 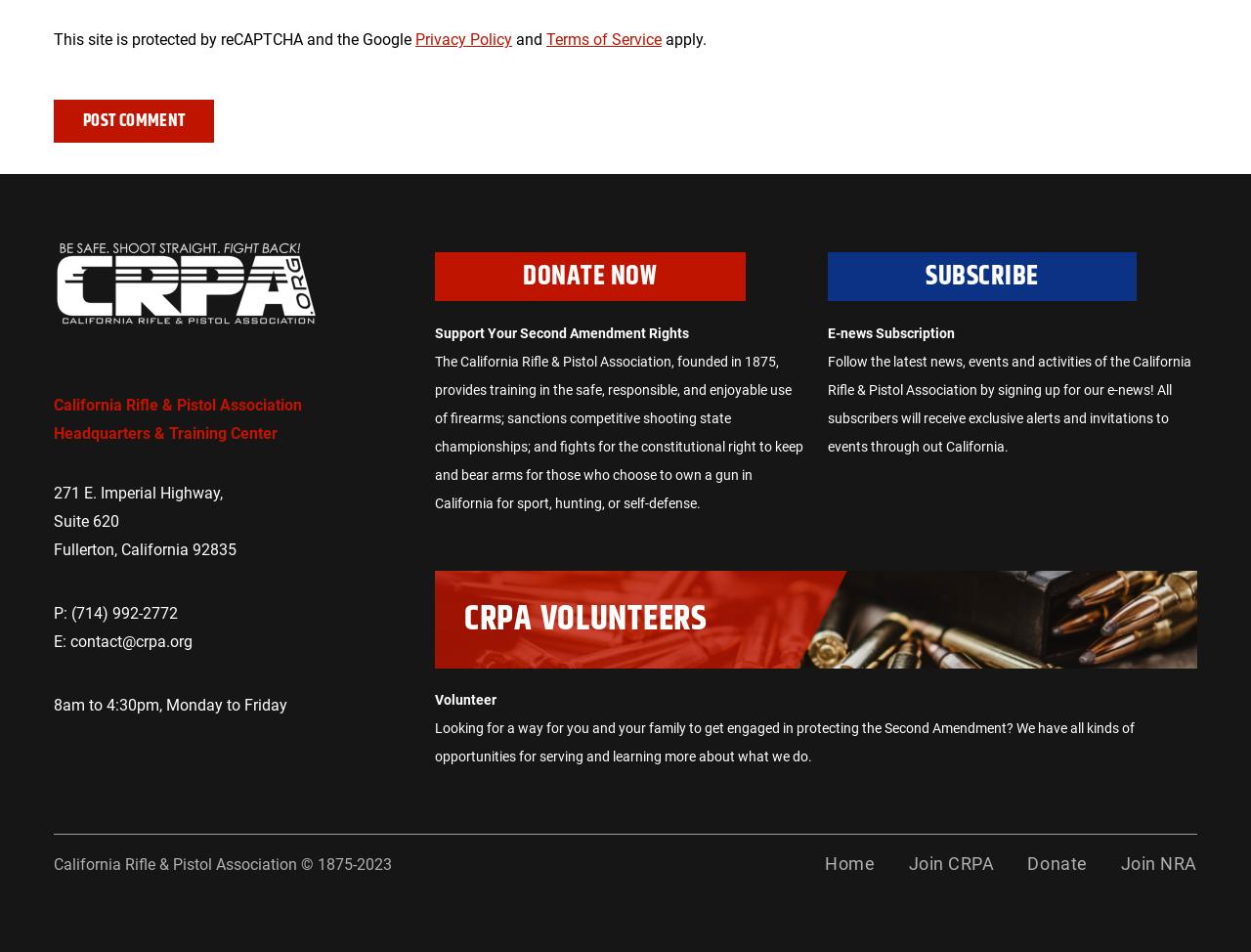 What do you see at coordinates (1158, 863) in the screenshot?
I see `'Join NRA'` at bounding box center [1158, 863].